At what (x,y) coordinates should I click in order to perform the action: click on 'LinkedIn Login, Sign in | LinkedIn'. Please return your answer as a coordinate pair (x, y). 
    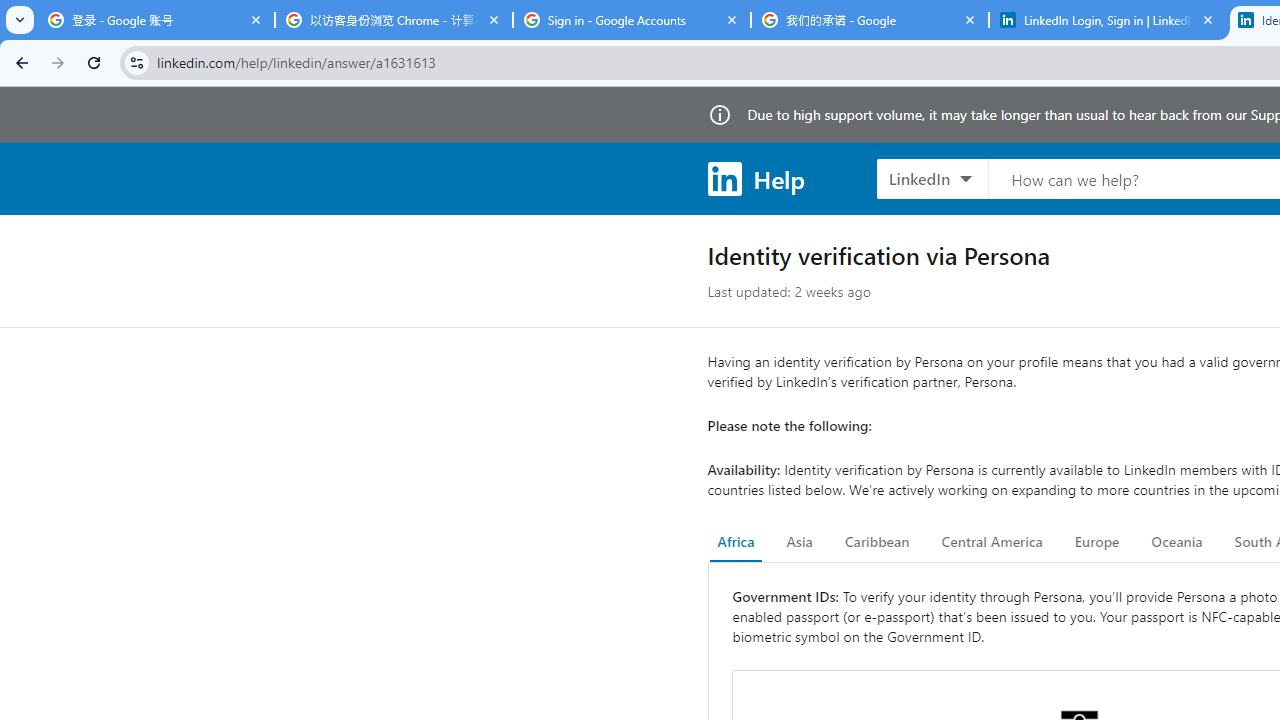
    Looking at the image, I should click on (1107, 20).